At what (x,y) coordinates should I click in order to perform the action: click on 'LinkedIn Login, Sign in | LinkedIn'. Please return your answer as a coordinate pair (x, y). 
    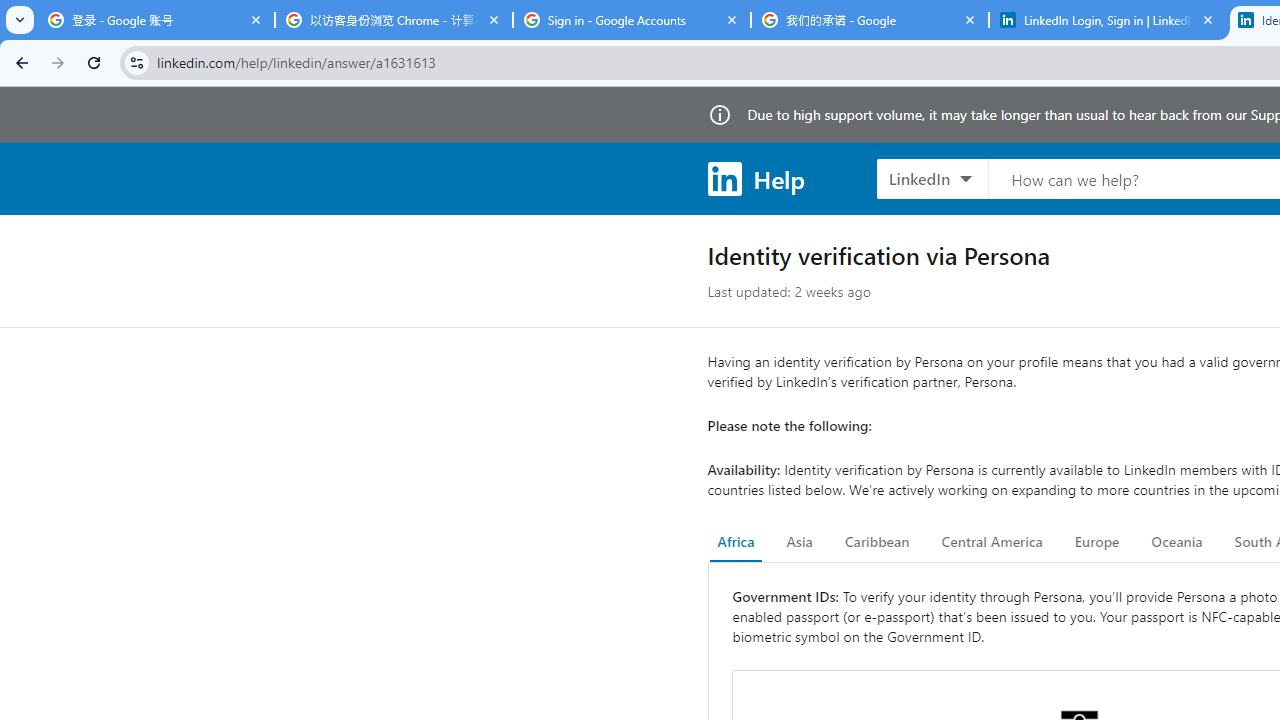
    Looking at the image, I should click on (1107, 20).